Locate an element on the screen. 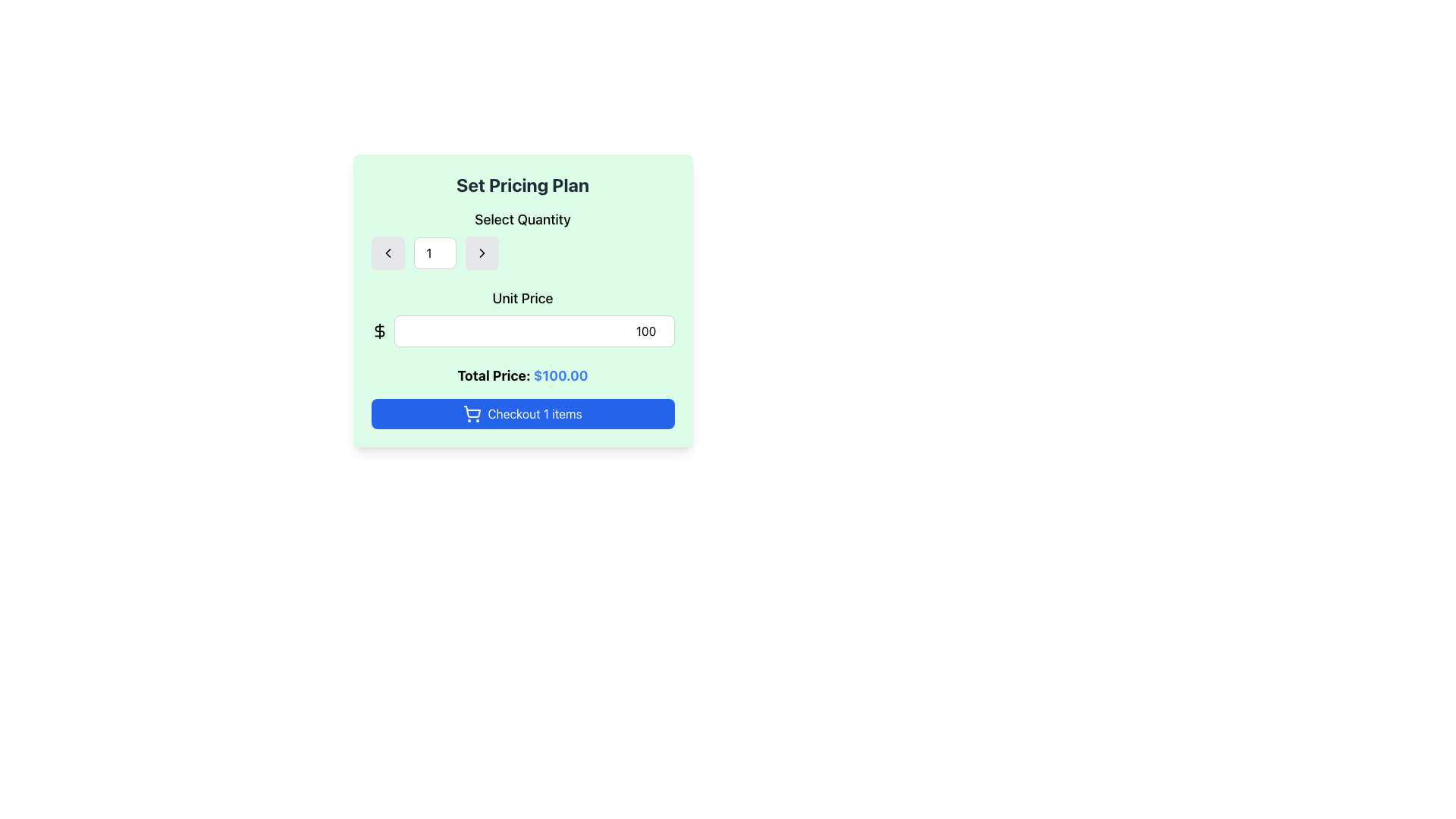 This screenshot has height=819, width=1456. the 'Unit Price' label, which is styled with a medium font size and positioned above the input field in the pricing panel on a light green background is located at coordinates (522, 317).